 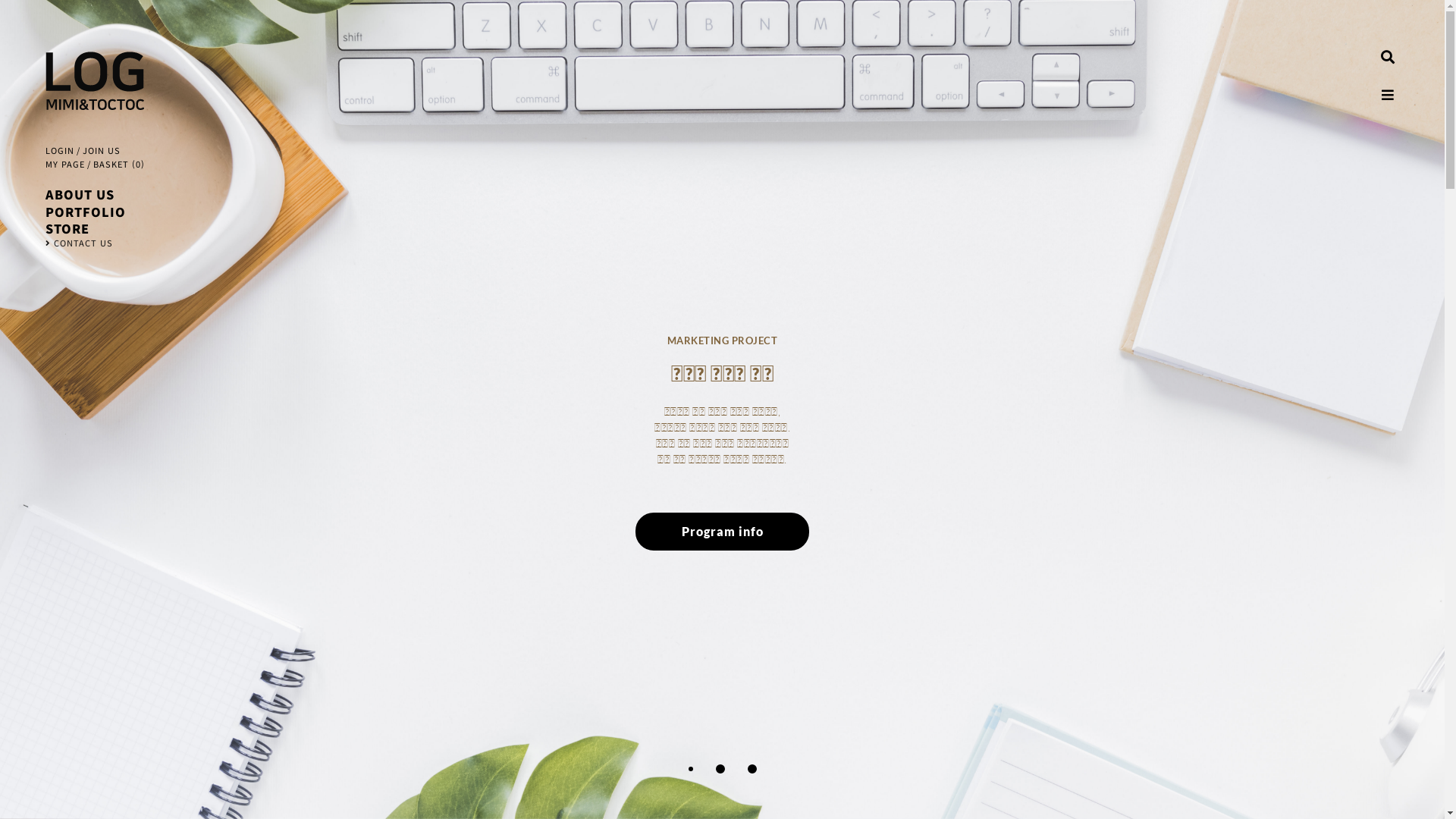 What do you see at coordinates (366, 470) in the screenshot?
I see `'Program info'` at bounding box center [366, 470].